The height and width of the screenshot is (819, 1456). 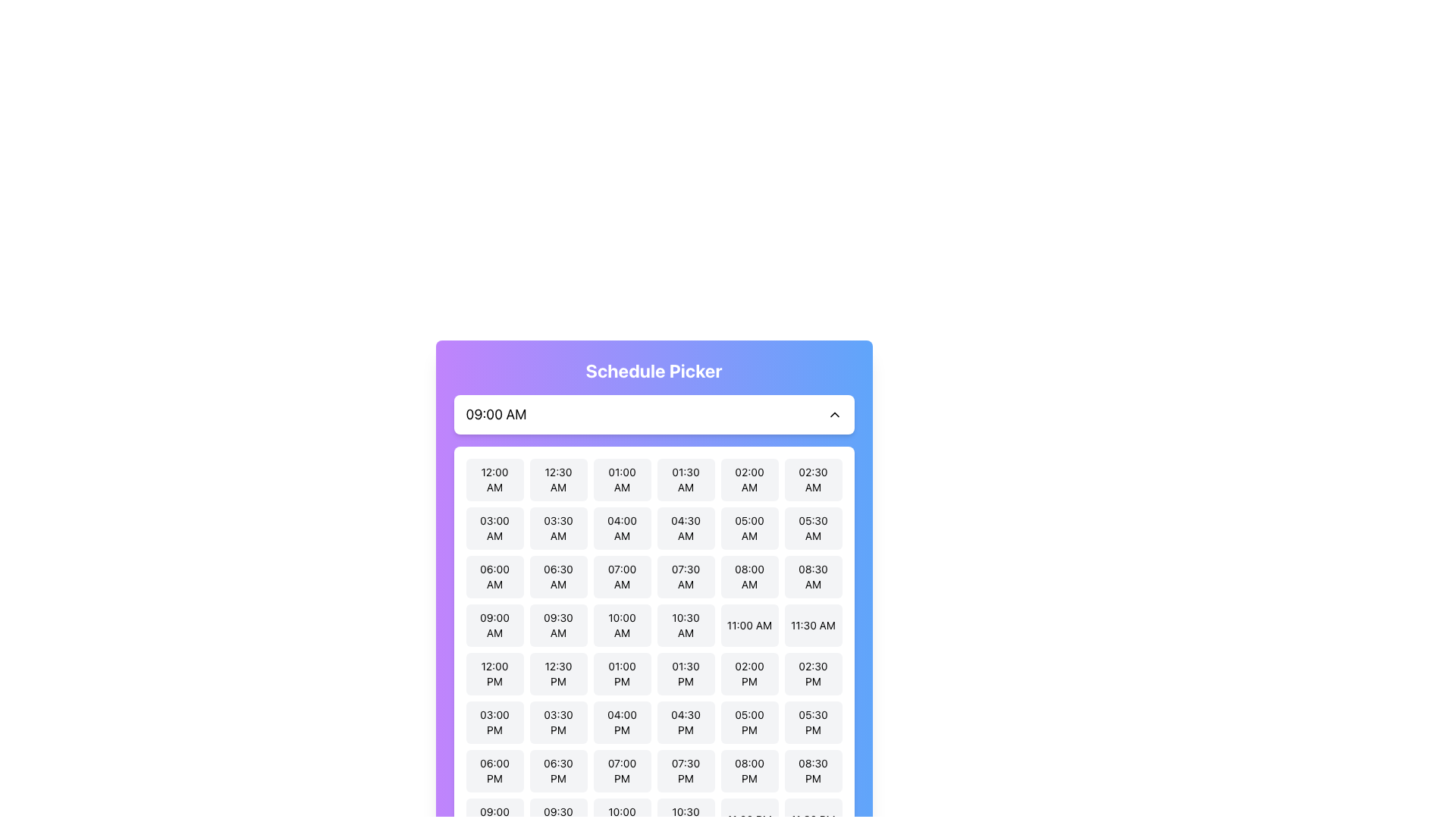 I want to click on the button labeled '09:00 AM', so click(x=494, y=626).